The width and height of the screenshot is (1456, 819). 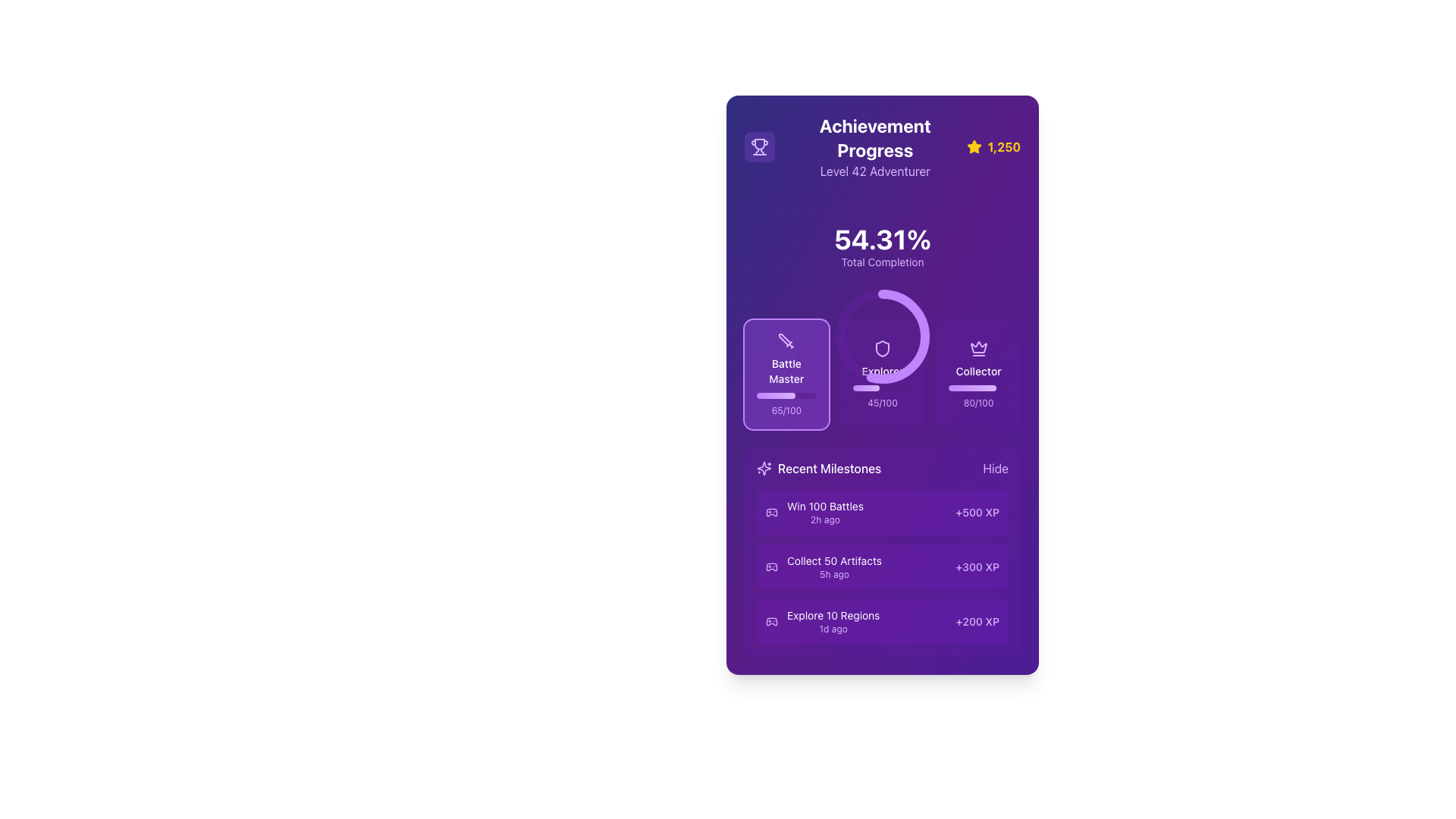 I want to click on the 'Battle Master' text label displayed on a purple background within the card-like UI component, so click(x=786, y=371).